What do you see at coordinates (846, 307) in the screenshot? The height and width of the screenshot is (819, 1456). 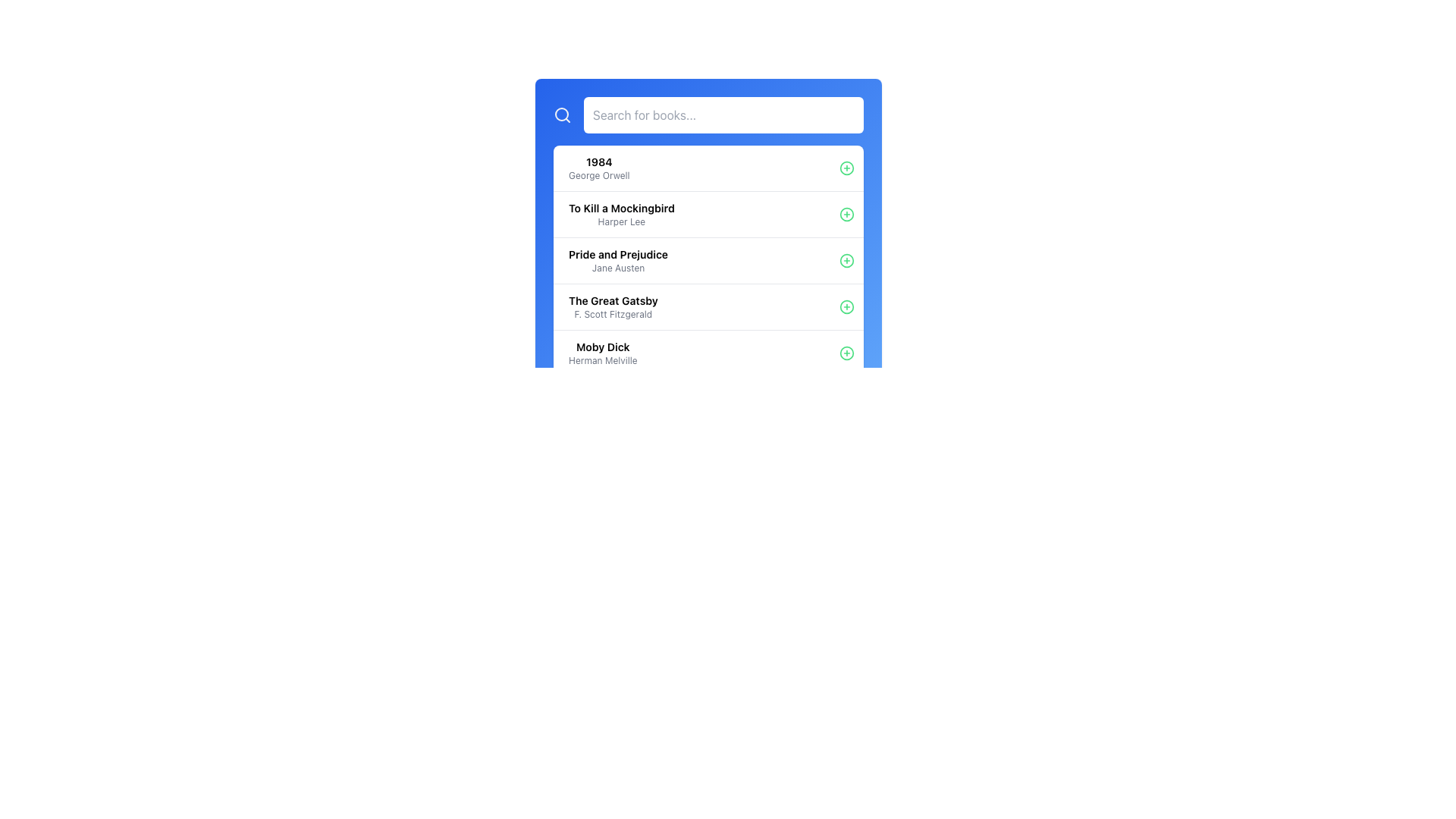 I see `the Circle SVG shape within the icon that allows user interaction with the list item 'The Great Gatsby', located in the fourth row and aligned to the right` at bounding box center [846, 307].